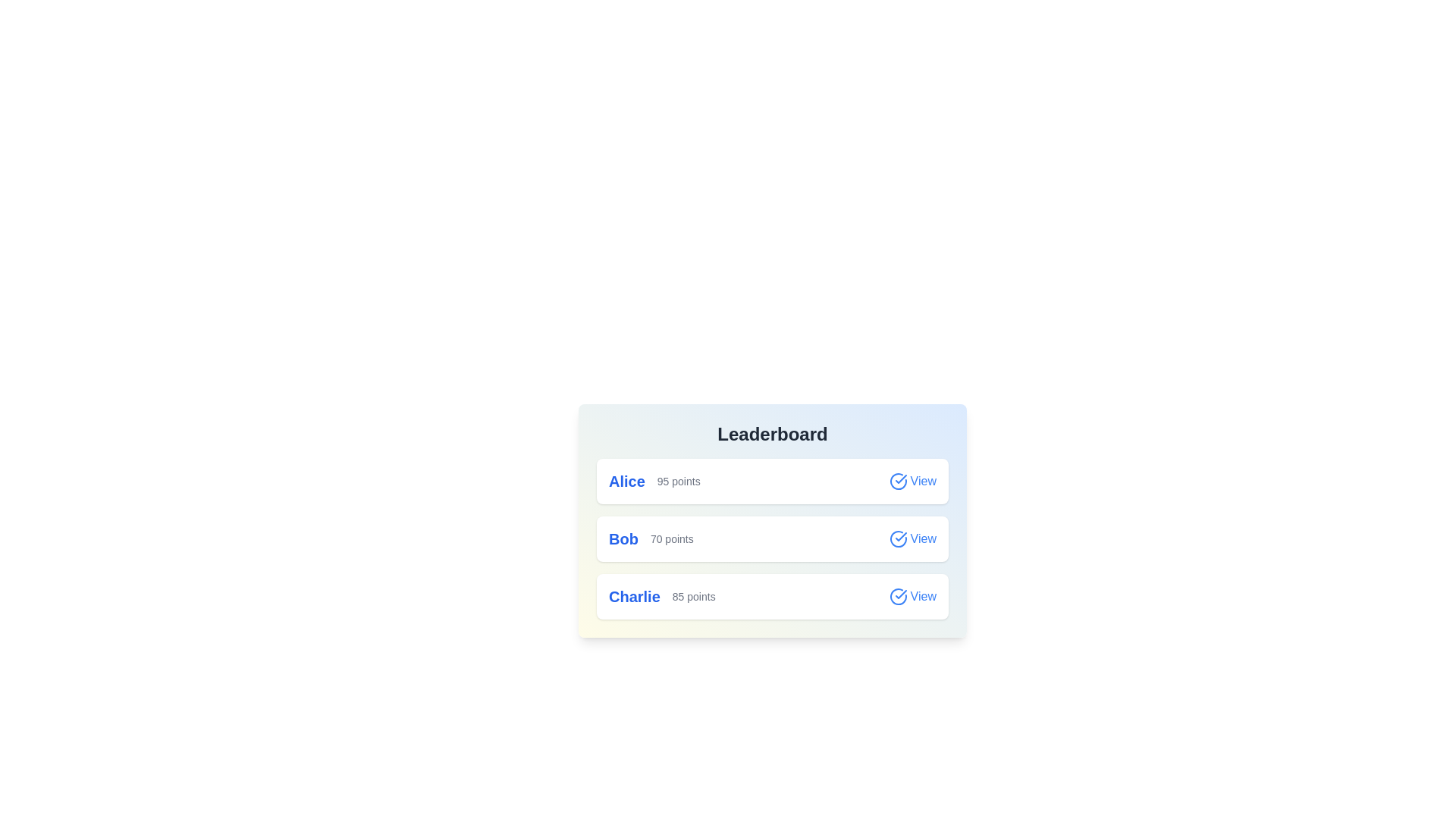  I want to click on 'View' button for the participant Charlie, so click(912, 595).